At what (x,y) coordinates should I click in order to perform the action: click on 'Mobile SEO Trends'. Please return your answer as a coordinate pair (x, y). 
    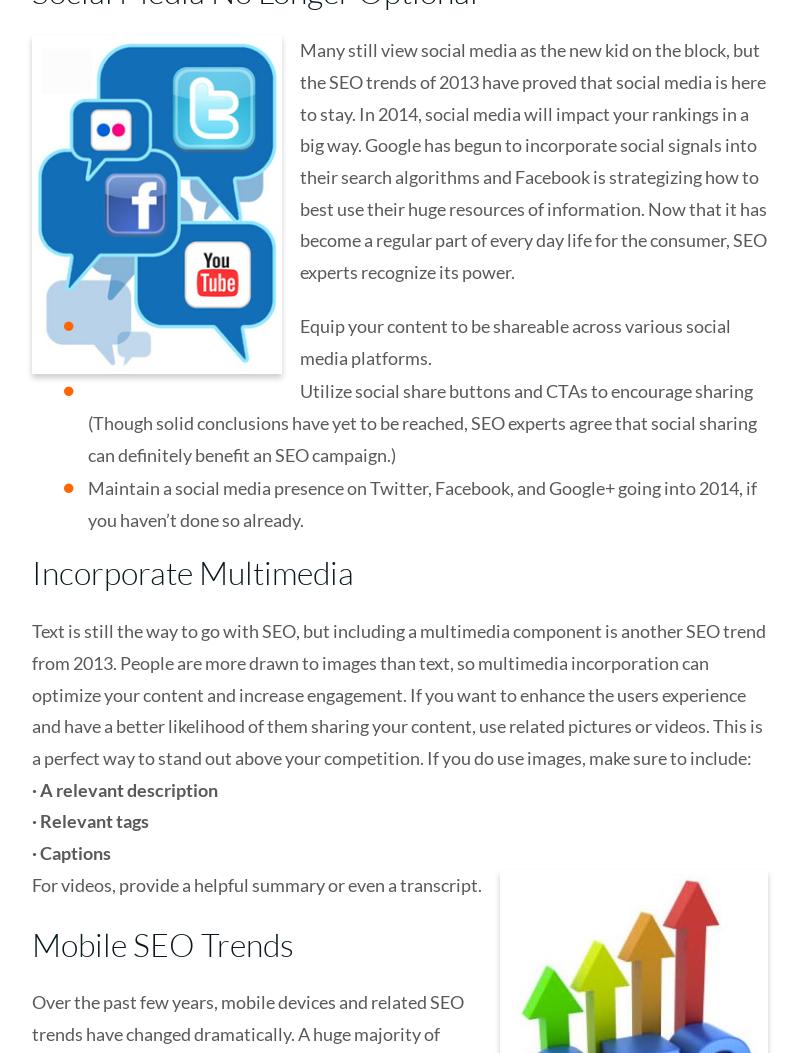
    Looking at the image, I should click on (162, 942).